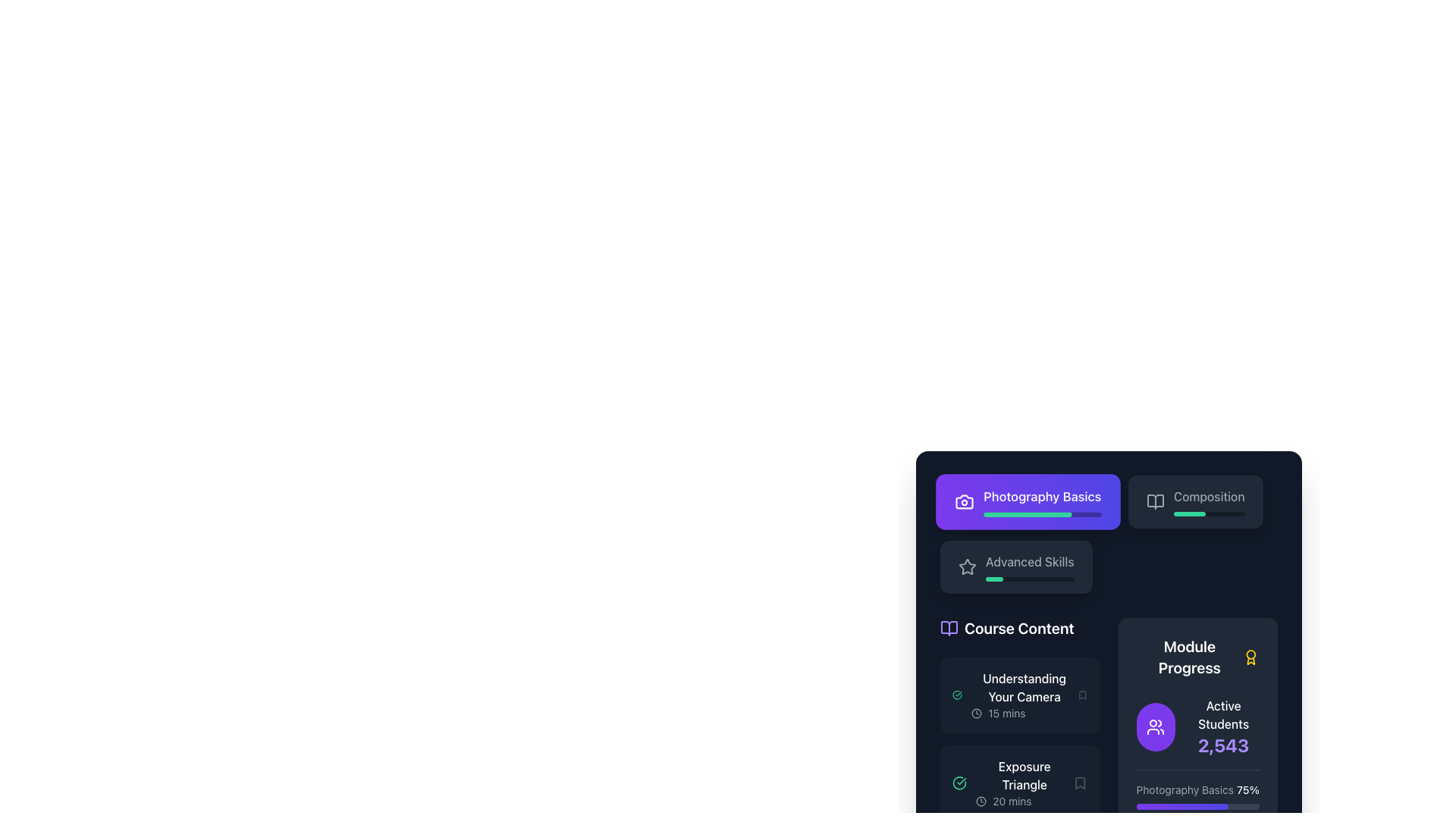 The height and width of the screenshot is (819, 1456). What do you see at coordinates (1041, 496) in the screenshot?
I see `the text label displaying 'Photography Basics', which is styled in bright white color on a purple background and is located at the top of a rectangular box within a vertical column of elements` at bounding box center [1041, 496].